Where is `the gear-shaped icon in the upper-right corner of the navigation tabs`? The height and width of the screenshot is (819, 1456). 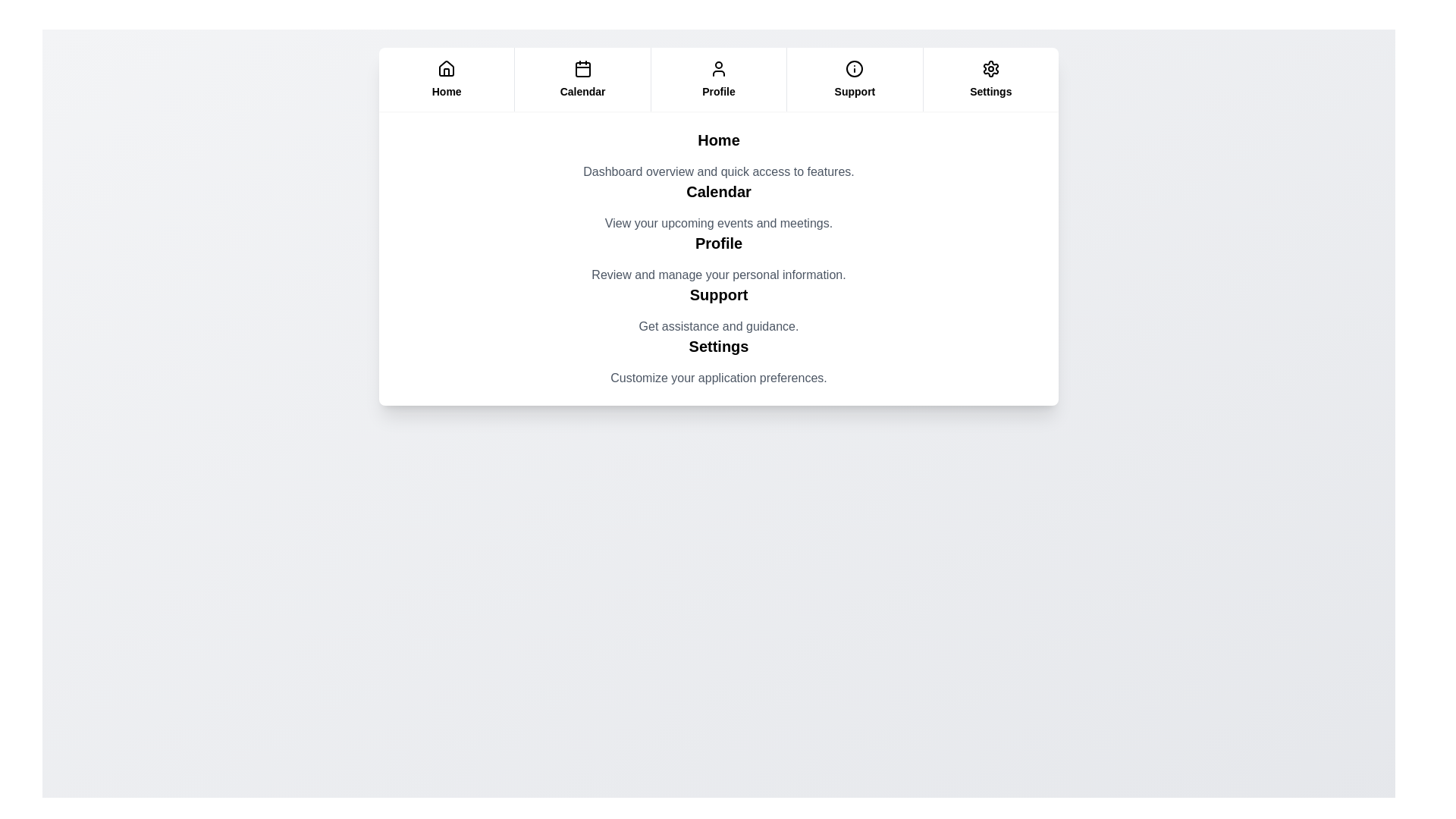
the gear-shaped icon in the upper-right corner of the navigation tabs is located at coordinates (990, 69).